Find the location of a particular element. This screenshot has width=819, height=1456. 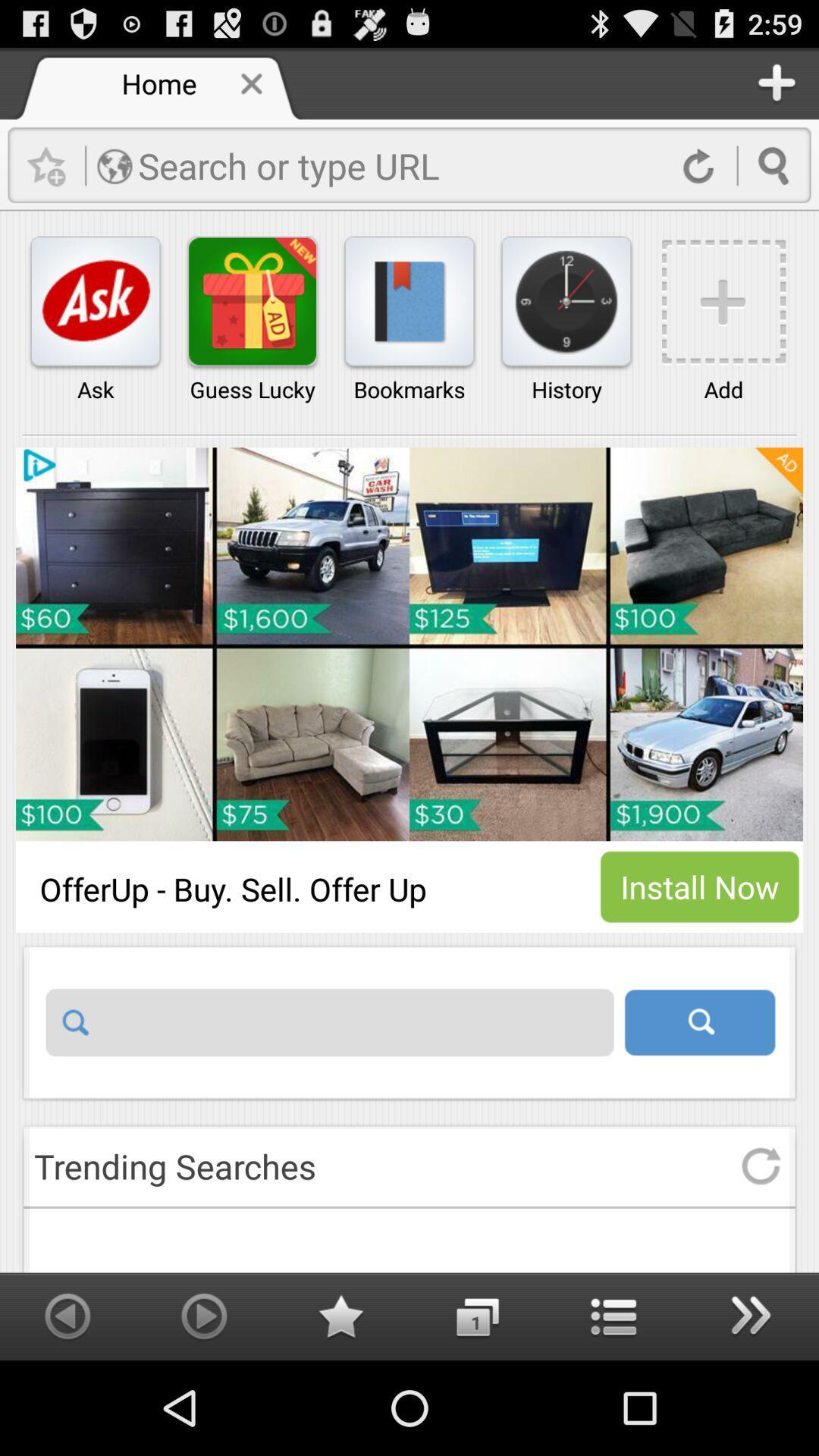

the refresh icon is located at coordinates (761, 1248).